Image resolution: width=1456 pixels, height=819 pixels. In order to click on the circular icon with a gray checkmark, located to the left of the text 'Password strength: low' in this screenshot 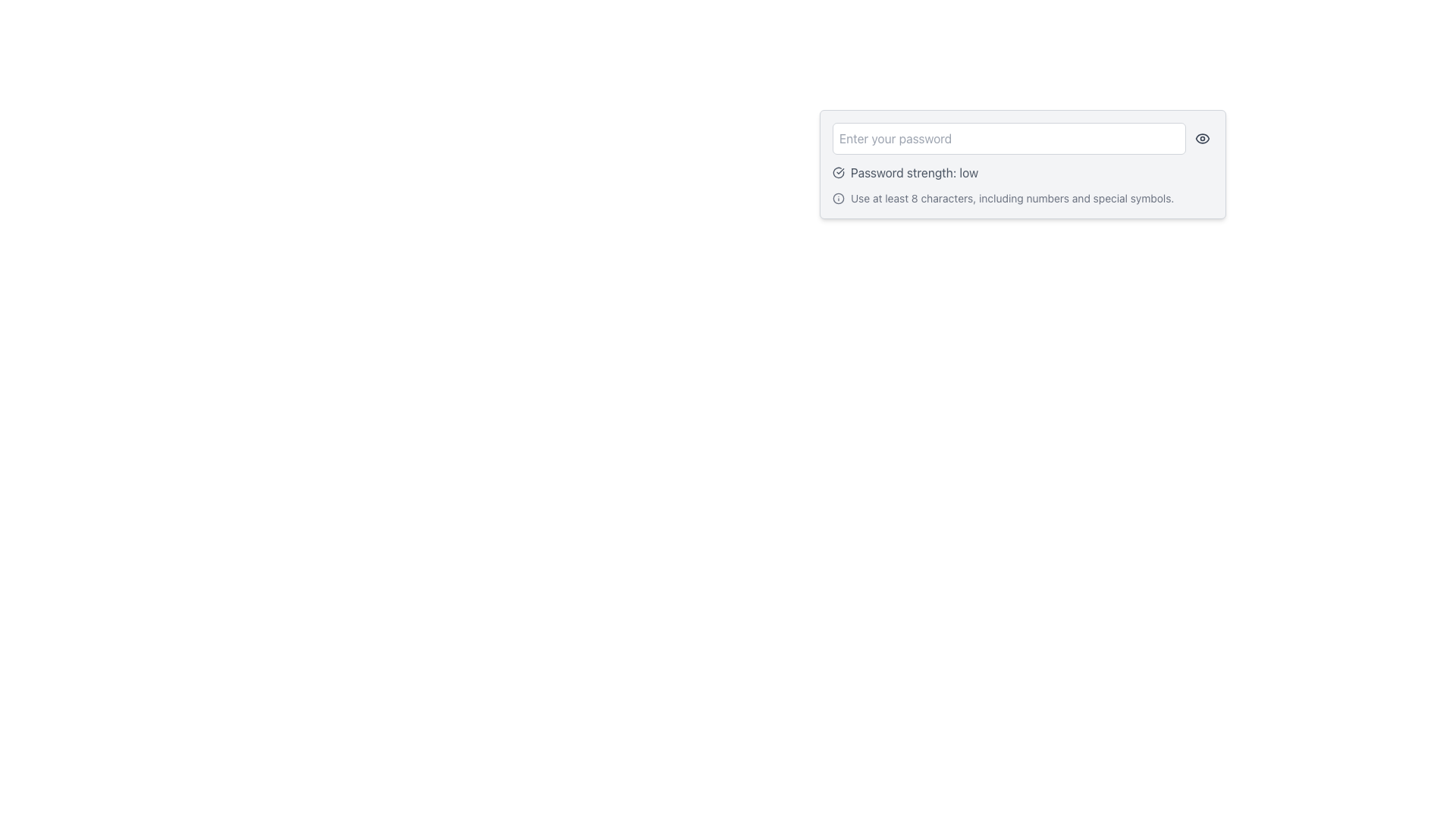, I will do `click(837, 171)`.